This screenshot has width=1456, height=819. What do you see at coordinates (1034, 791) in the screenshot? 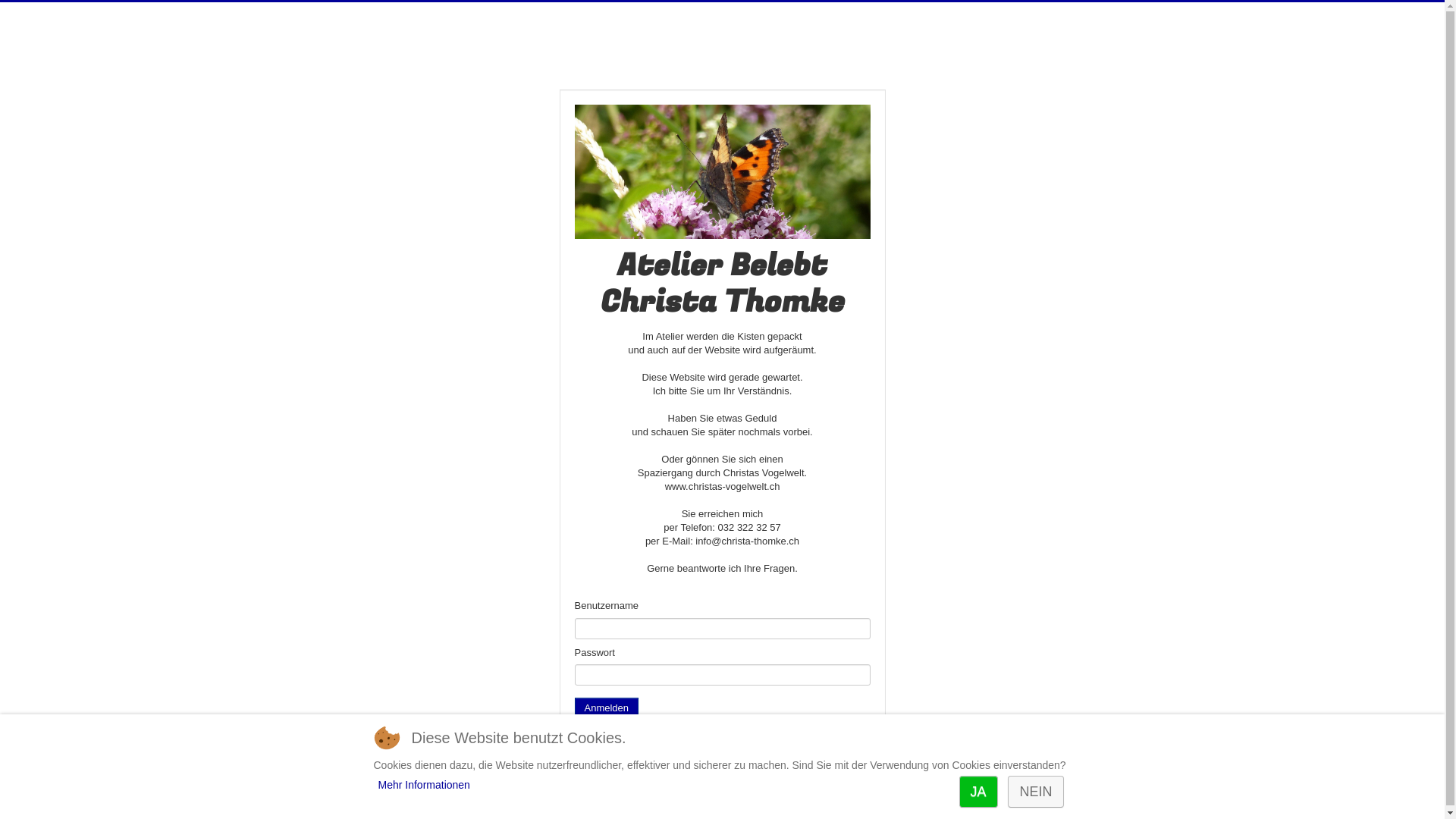
I see `'NEIN'` at bounding box center [1034, 791].